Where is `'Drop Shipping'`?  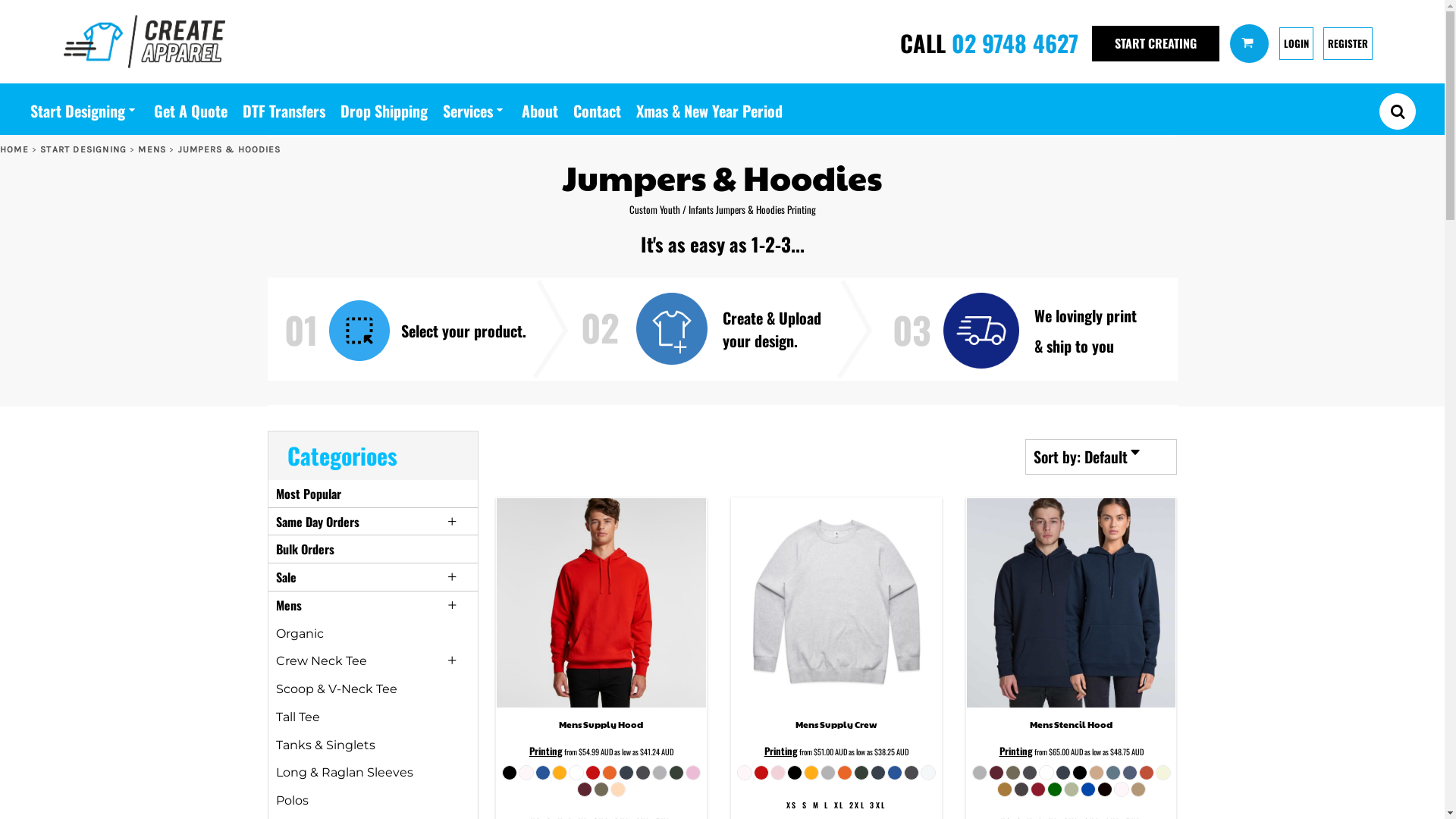
'Drop Shipping' is located at coordinates (384, 108).